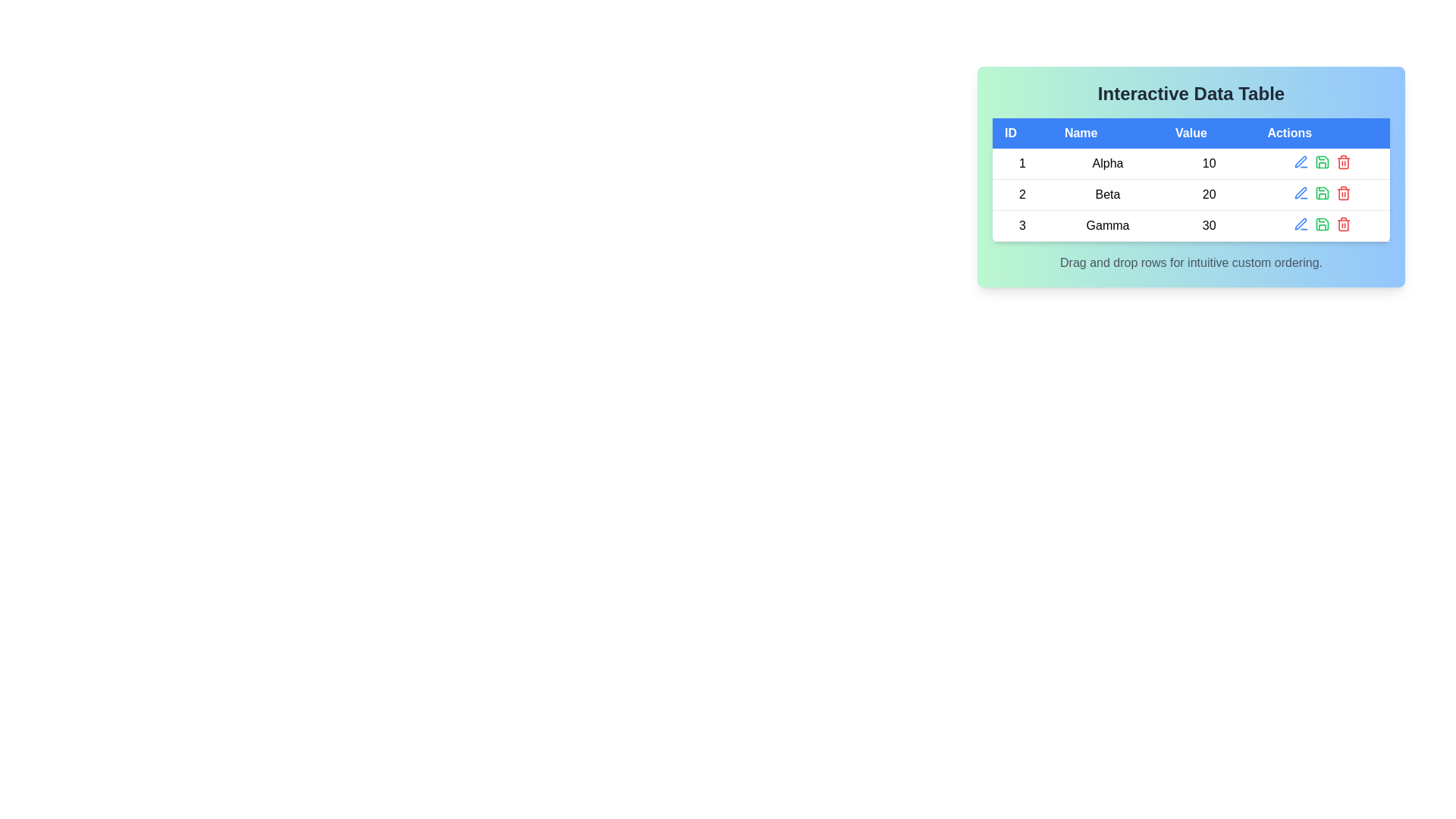 The image size is (1456, 819). I want to click on the row corresponding to 2, so click(1190, 194).